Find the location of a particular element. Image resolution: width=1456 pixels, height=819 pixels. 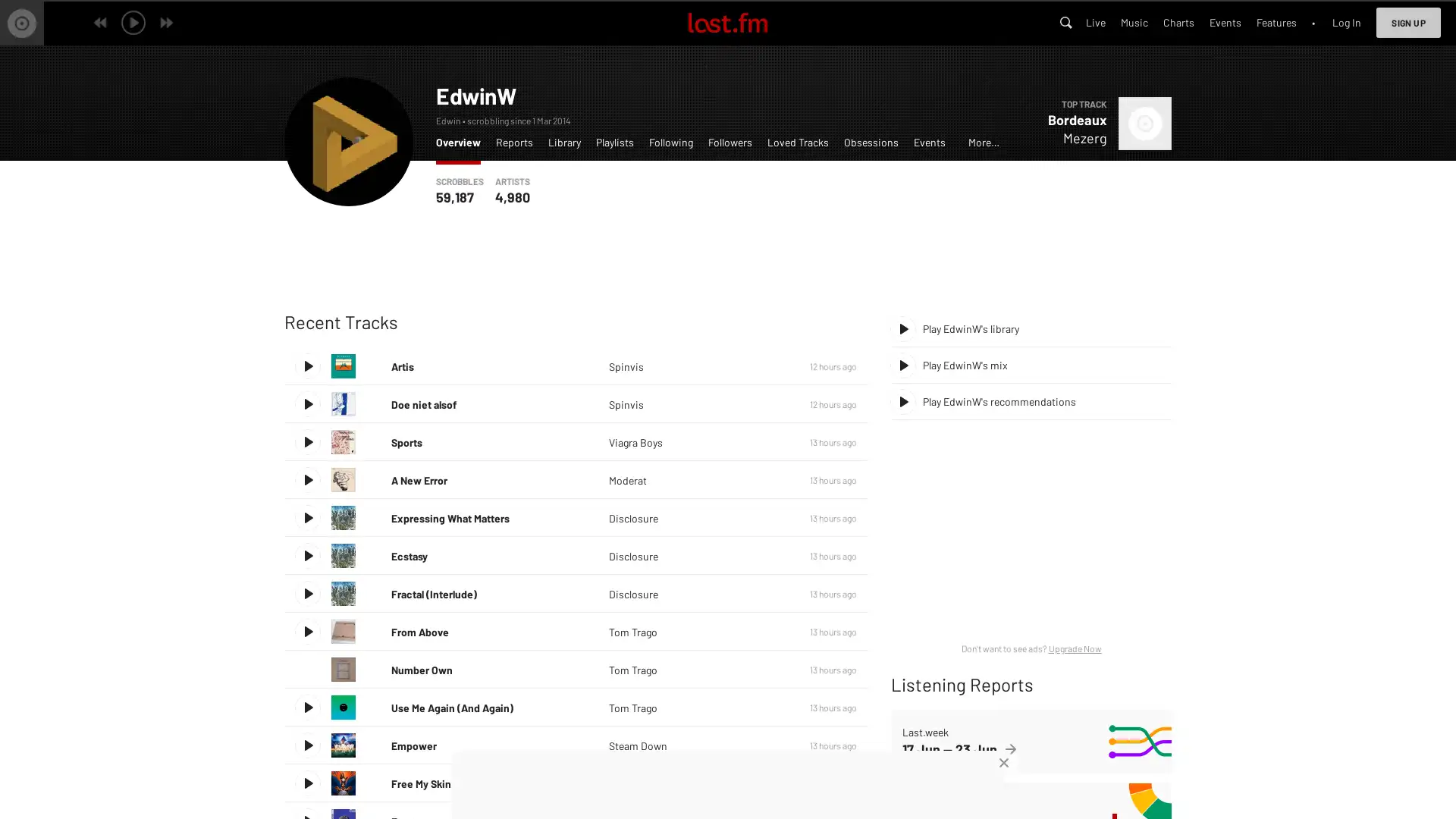

More is located at coordinates (764, 669).